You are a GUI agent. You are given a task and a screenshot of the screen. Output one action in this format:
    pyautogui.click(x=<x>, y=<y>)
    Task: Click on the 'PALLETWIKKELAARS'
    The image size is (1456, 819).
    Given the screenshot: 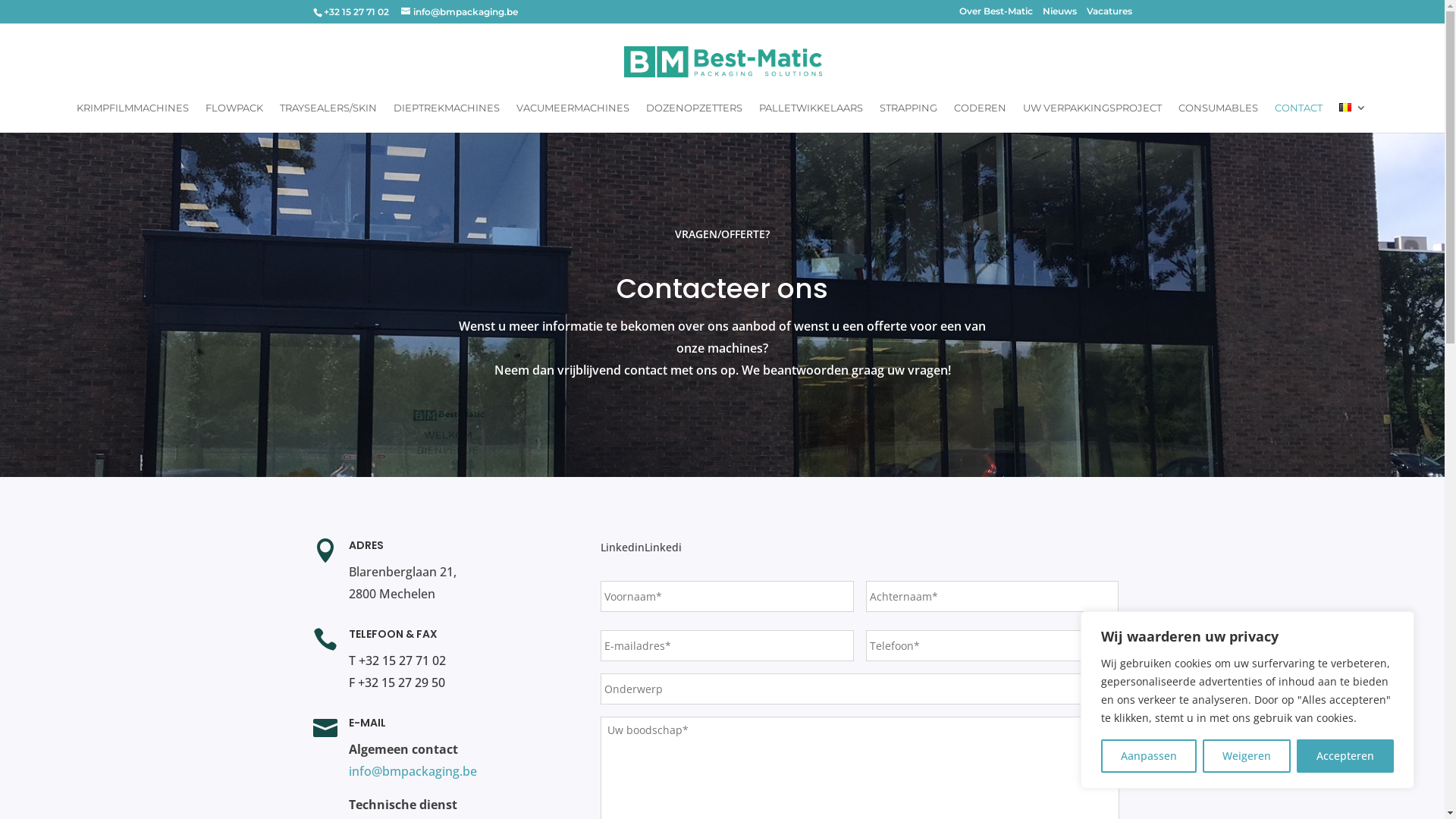 What is the action you would take?
    pyautogui.click(x=810, y=116)
    